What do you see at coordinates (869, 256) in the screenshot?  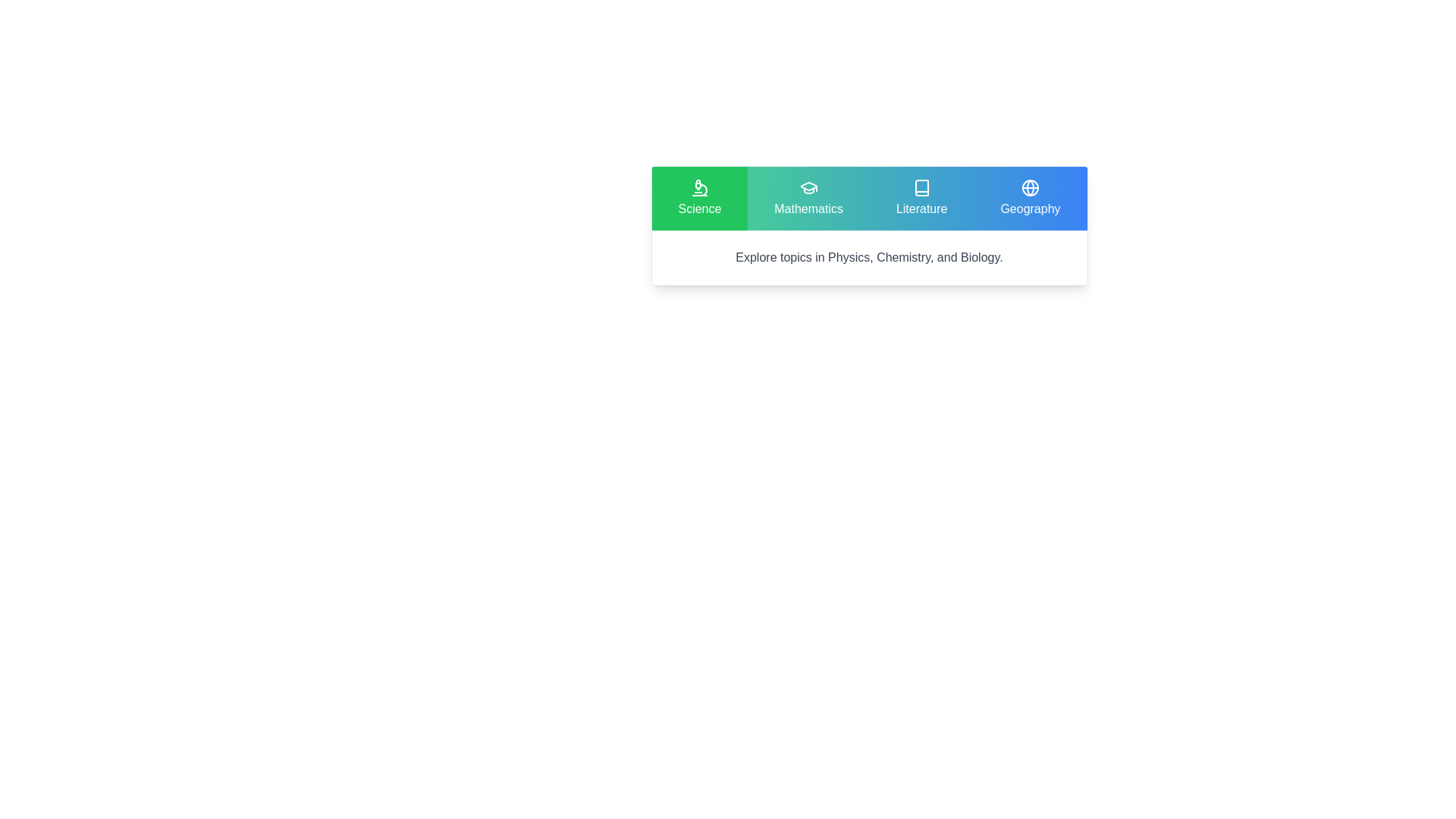 I see `descriptive text block providing information about Physics, Chemistry, and Biology, located under the categories of Science, Mathematics, Literature, and Geography` at bounding box center [869, 256].